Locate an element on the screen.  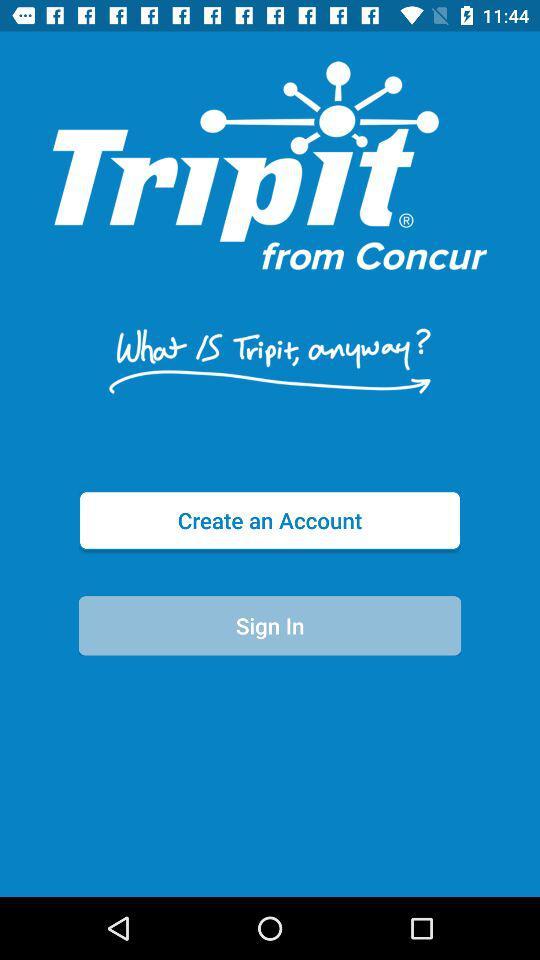
the create an account is located at coordinates (270, 519).